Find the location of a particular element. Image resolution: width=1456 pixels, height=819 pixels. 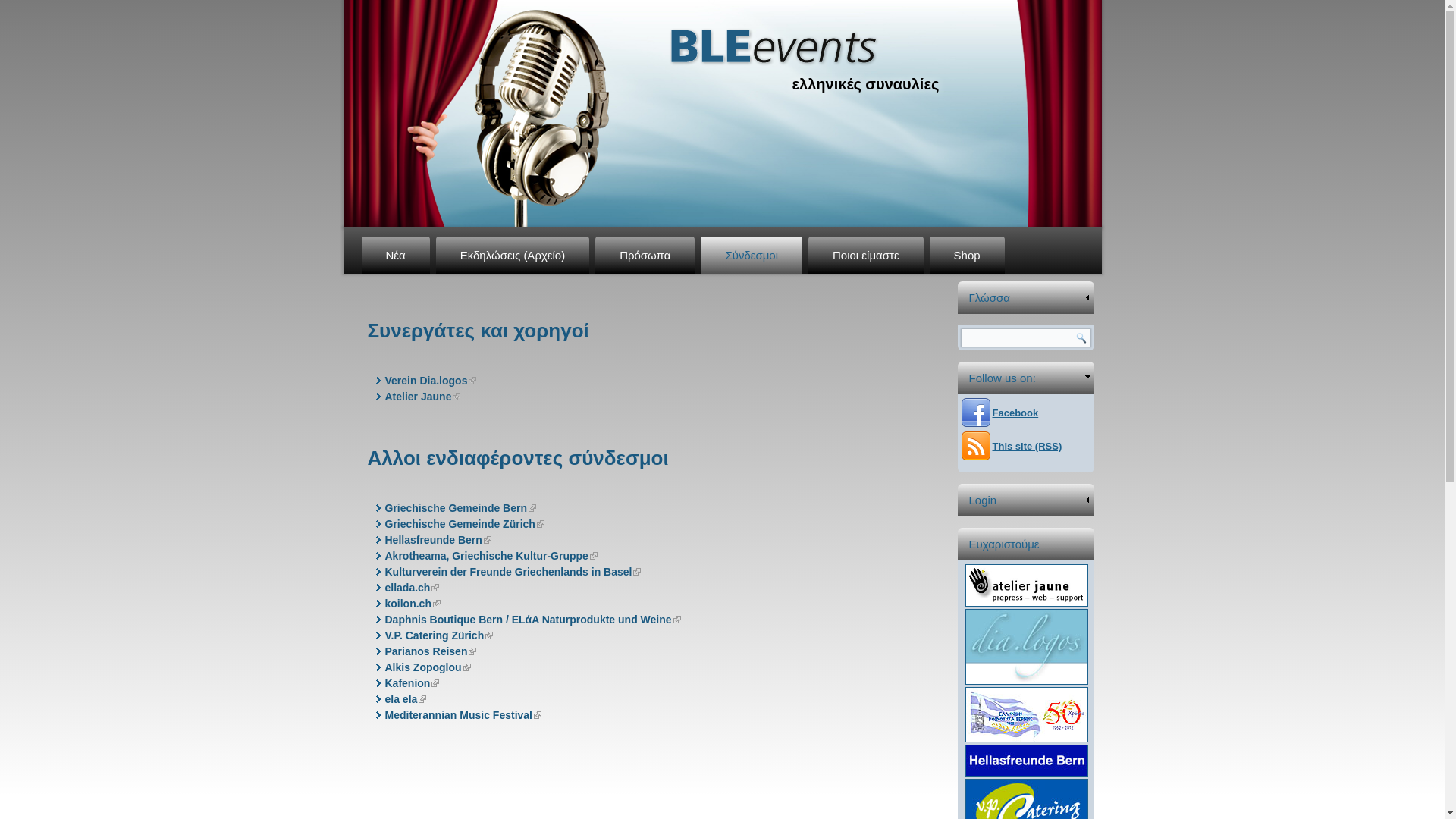

'Atelier Jaune is located at coordinates (422, 396).